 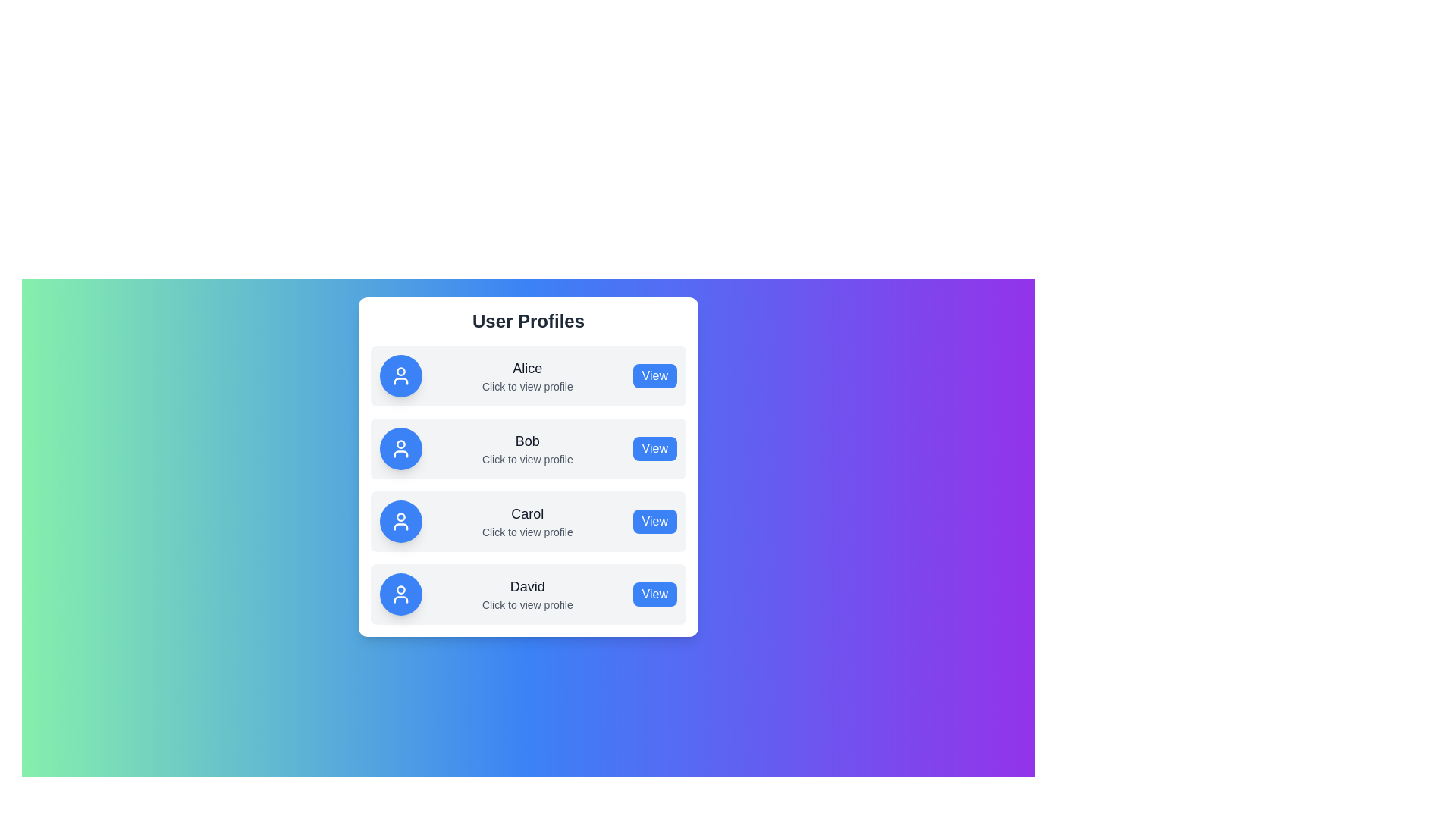 What do you see at coordinates (400, 598) in the screenshot?
I see `the lower section of the user icon, which serves as the body or torso silhouette, located within the SVG structure in the fourth user profile row` at bounding box center [400, 598].